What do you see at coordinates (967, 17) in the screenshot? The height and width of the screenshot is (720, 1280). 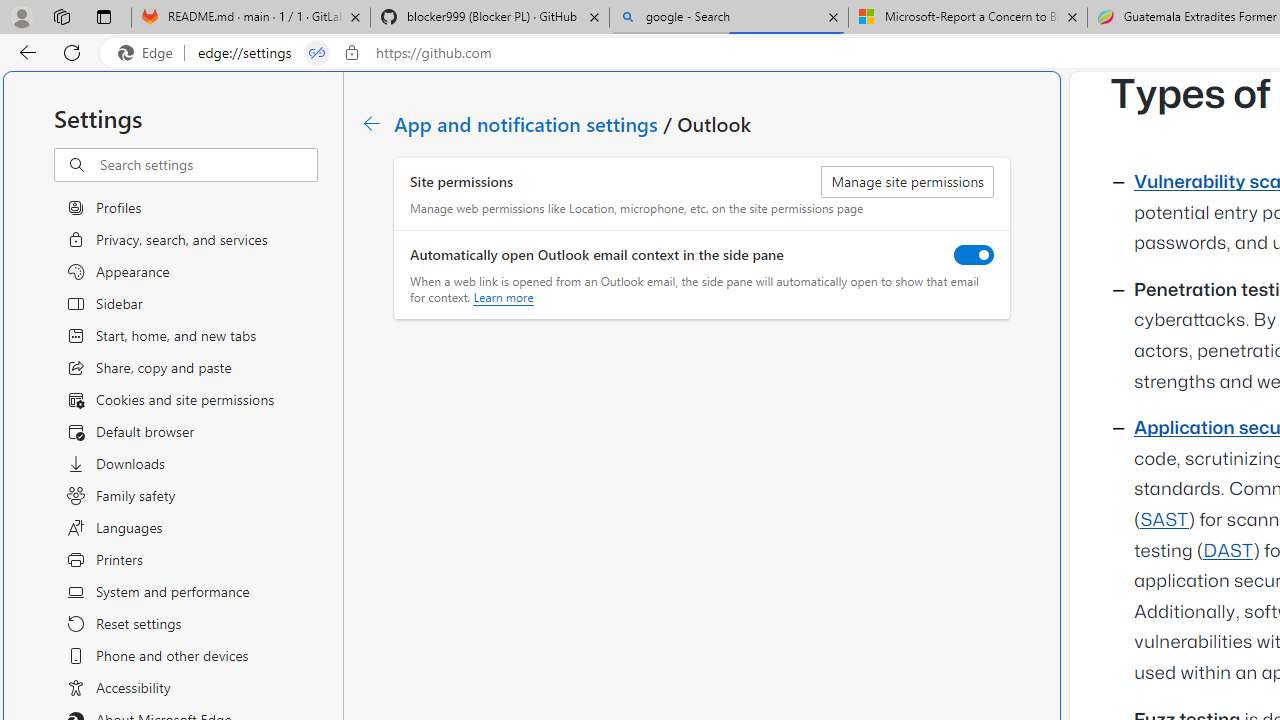 I see `'Microsoft-Report a Concern to Bing'` at bounding box center [967, 17].